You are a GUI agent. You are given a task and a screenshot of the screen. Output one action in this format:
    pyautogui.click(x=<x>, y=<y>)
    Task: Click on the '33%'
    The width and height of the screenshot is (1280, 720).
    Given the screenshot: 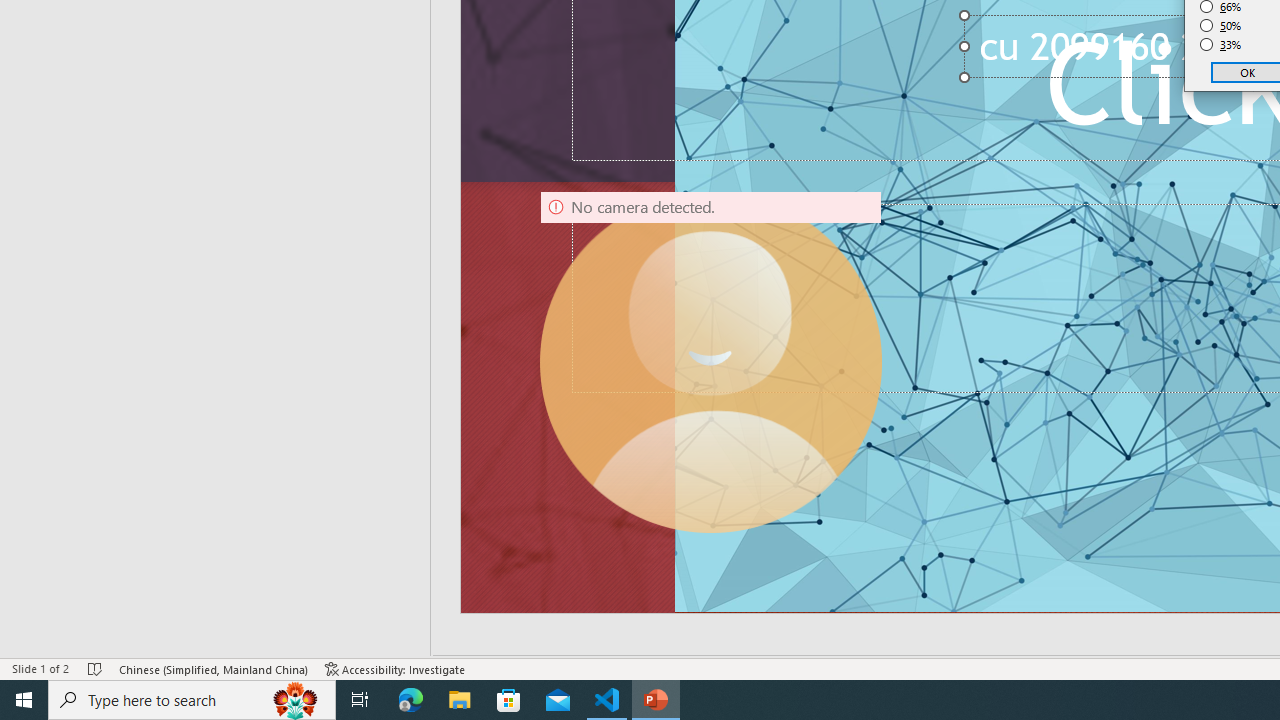 What is the action you would take?
    pyautogui.click(x=1220, y=45)
    